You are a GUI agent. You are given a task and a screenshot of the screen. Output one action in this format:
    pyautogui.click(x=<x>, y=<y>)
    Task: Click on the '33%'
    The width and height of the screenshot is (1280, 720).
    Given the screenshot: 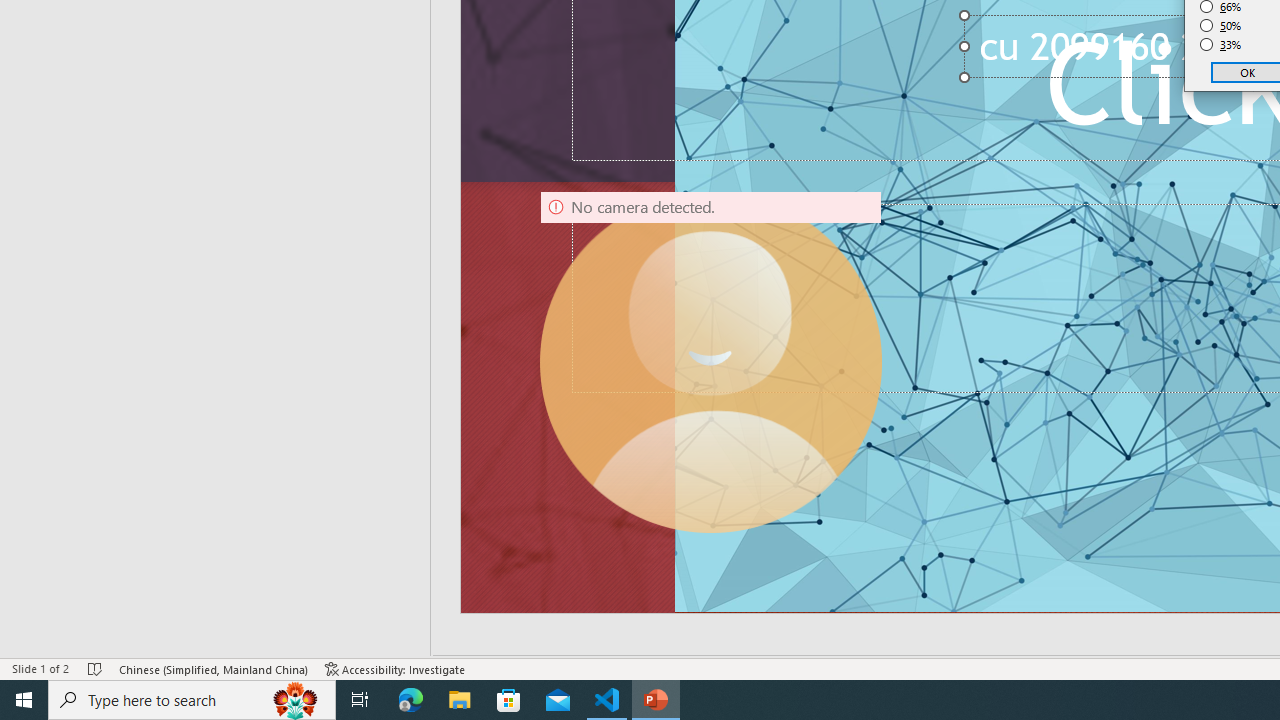 What is the action you would take?
    pyautogui.click(x=1220, y=45)
    